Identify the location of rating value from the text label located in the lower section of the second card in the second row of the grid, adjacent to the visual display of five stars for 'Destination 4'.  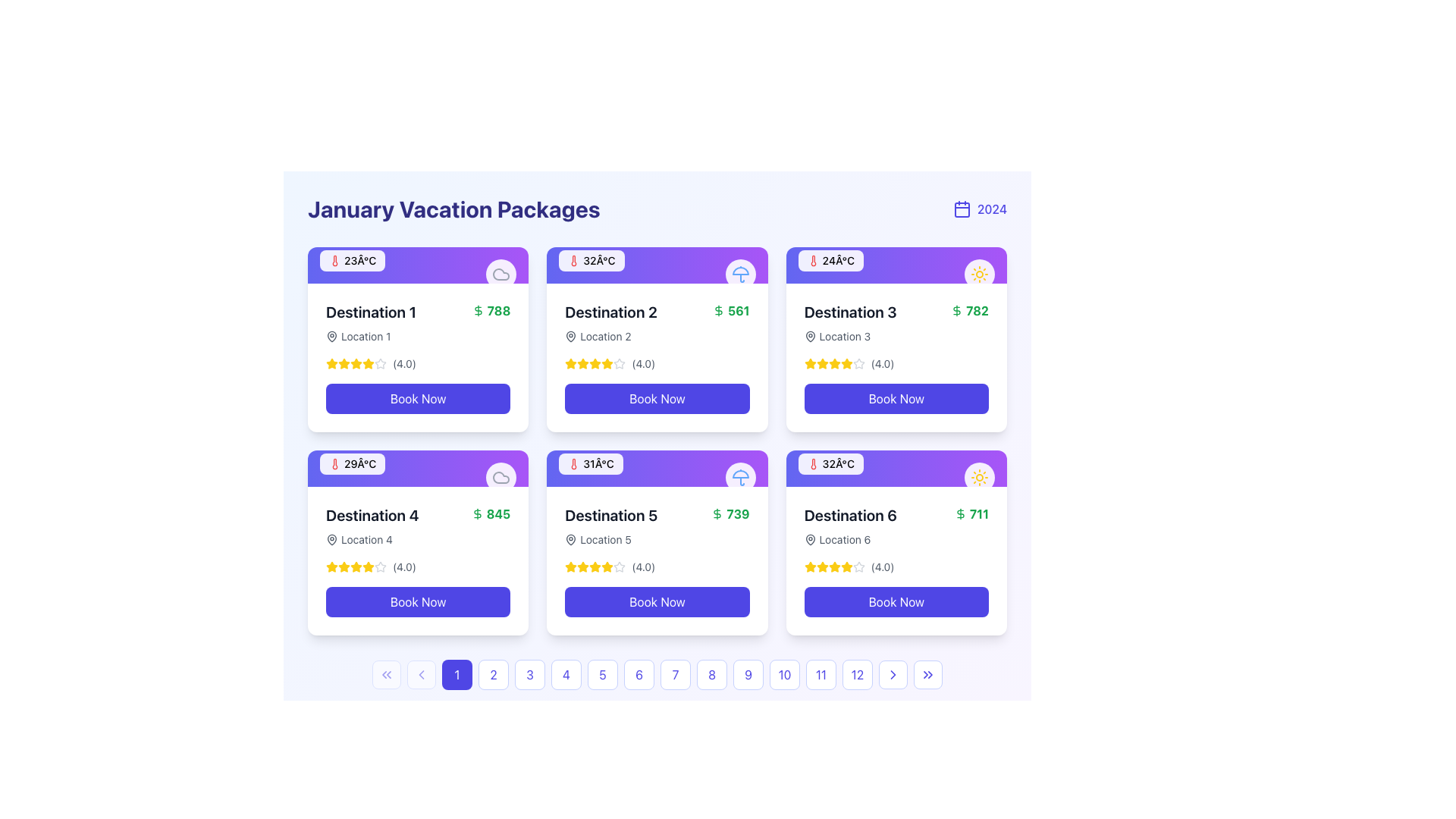
(404, 567).